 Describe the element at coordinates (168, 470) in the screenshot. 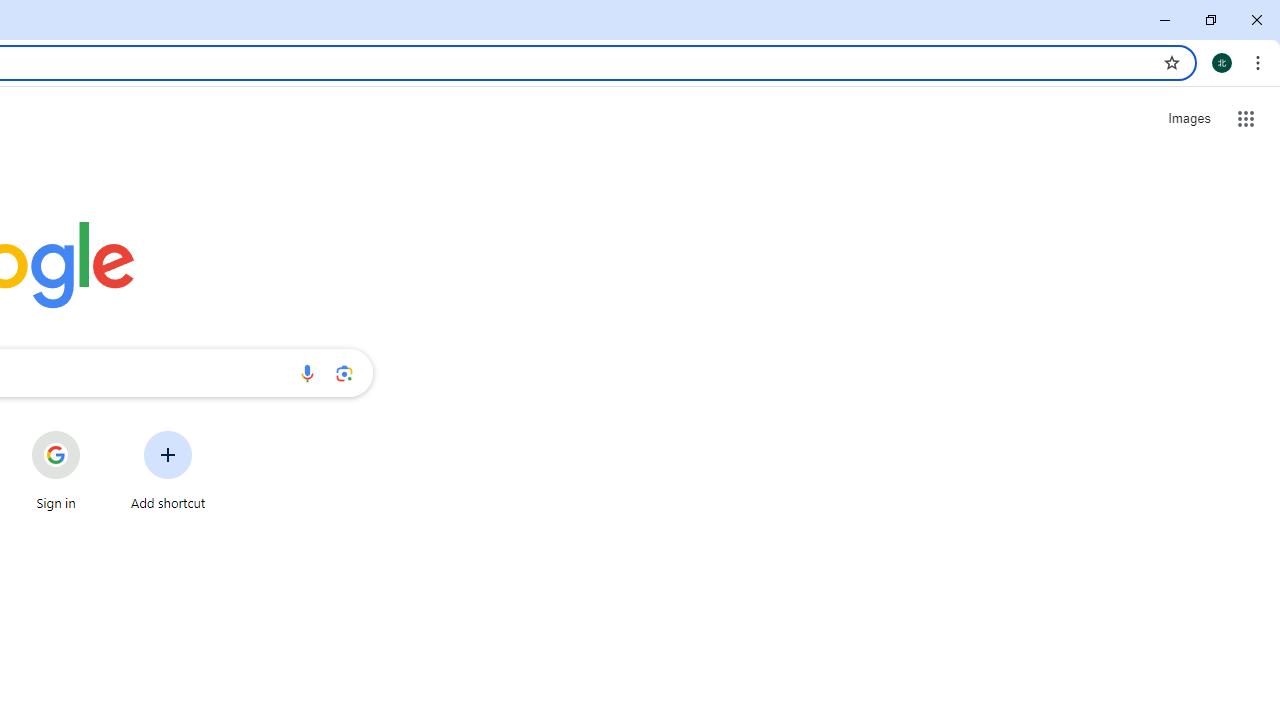

I see `'Add shortcut'` at that location.